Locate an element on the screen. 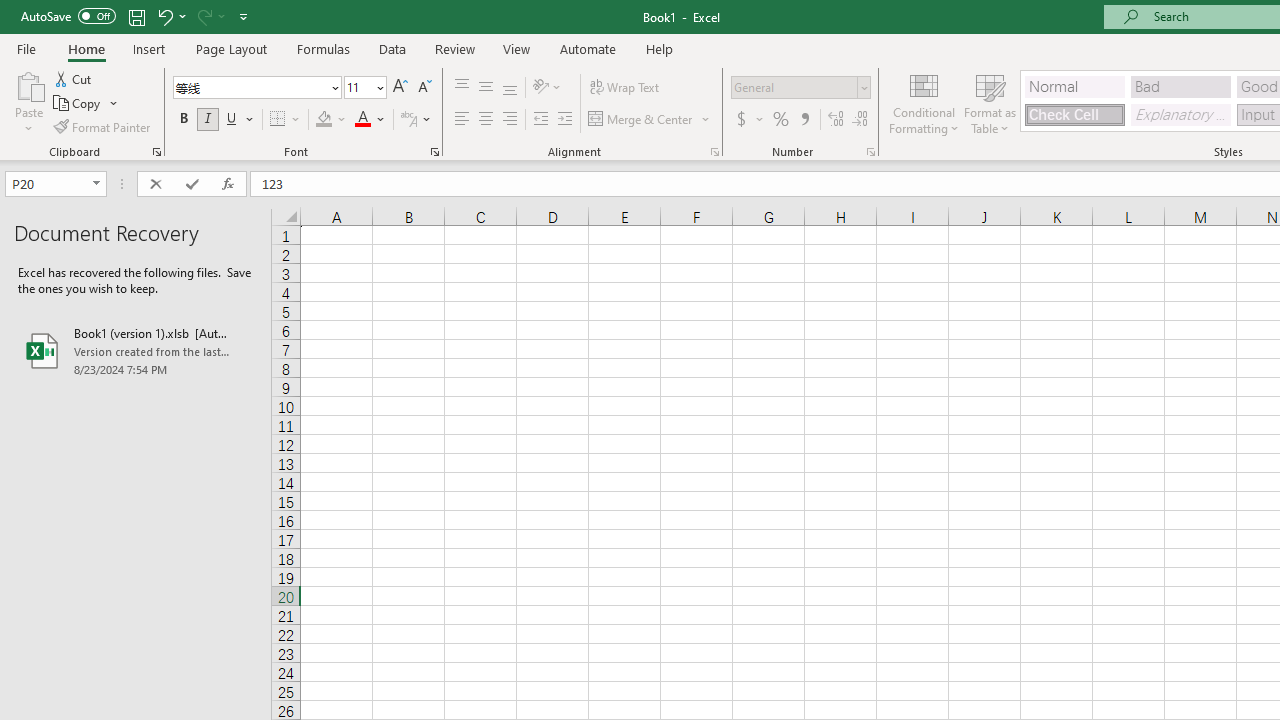  'Format as Table' is located at coordinates (990, 103).